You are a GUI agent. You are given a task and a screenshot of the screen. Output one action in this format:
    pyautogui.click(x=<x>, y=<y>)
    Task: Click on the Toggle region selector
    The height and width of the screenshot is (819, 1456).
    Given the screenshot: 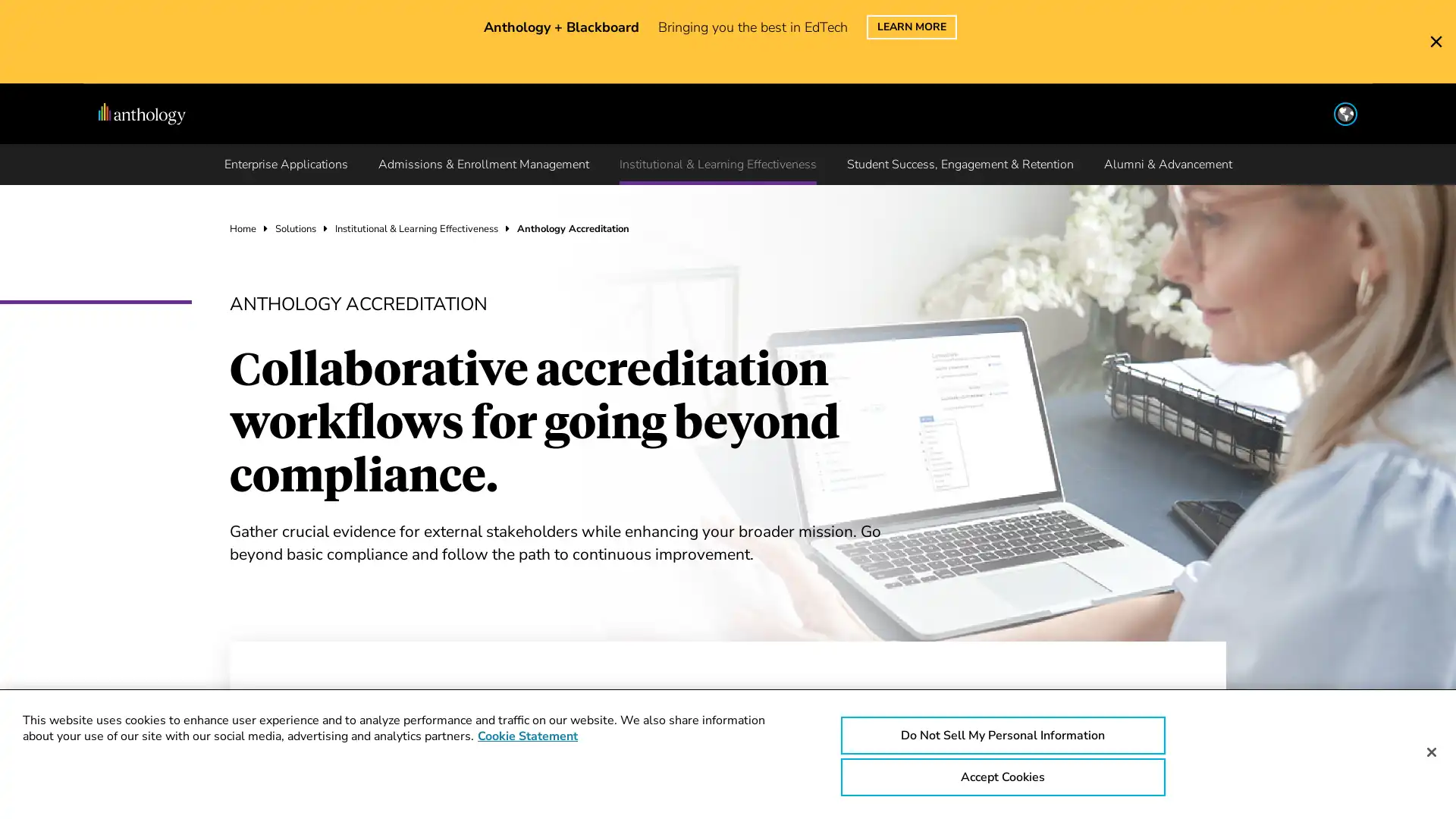 What is the action you would take?
    pyautogui.click(x=1314, y=93)
    